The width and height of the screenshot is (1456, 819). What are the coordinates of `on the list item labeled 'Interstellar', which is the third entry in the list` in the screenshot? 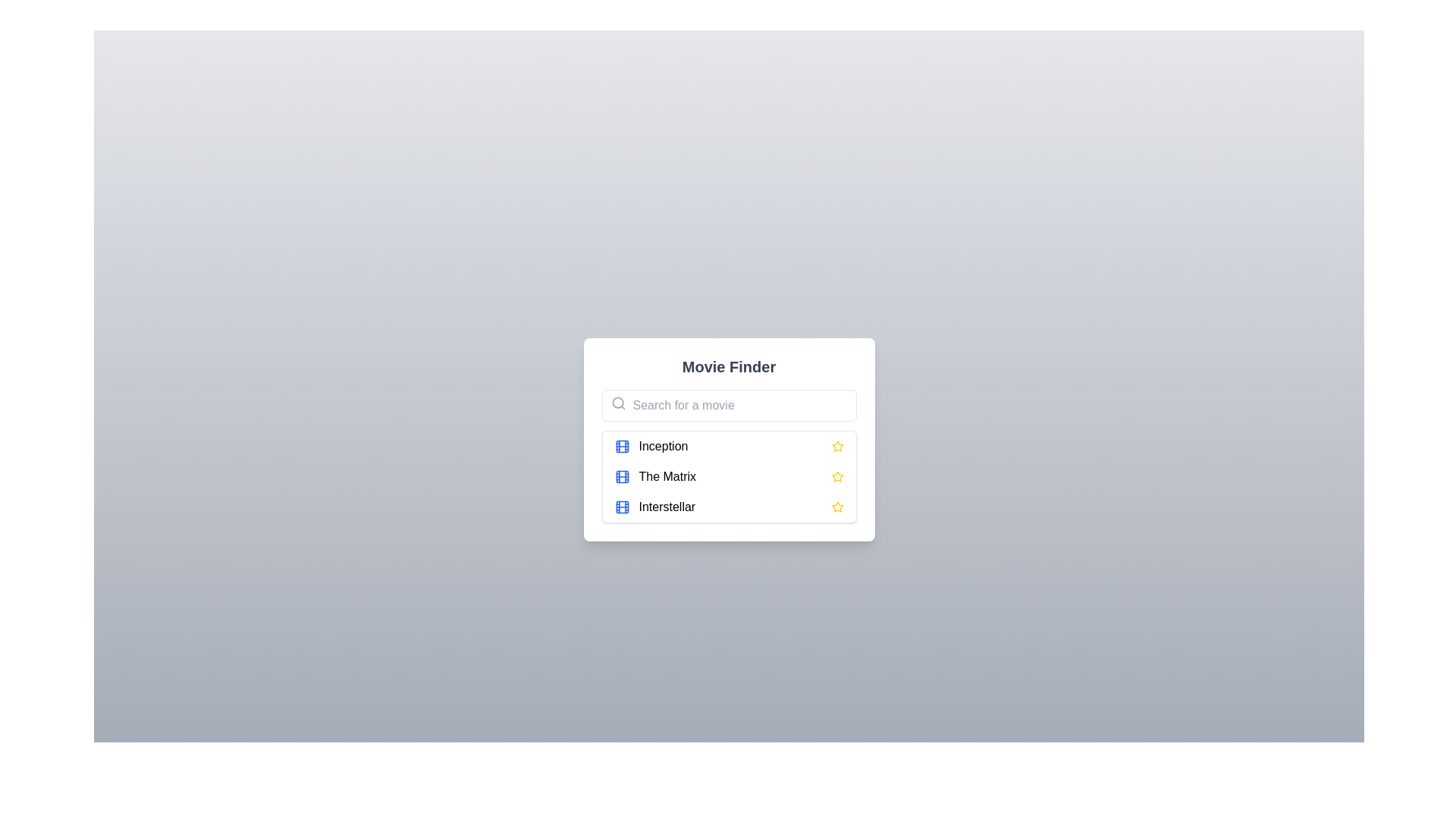 It's located at (729, 507).